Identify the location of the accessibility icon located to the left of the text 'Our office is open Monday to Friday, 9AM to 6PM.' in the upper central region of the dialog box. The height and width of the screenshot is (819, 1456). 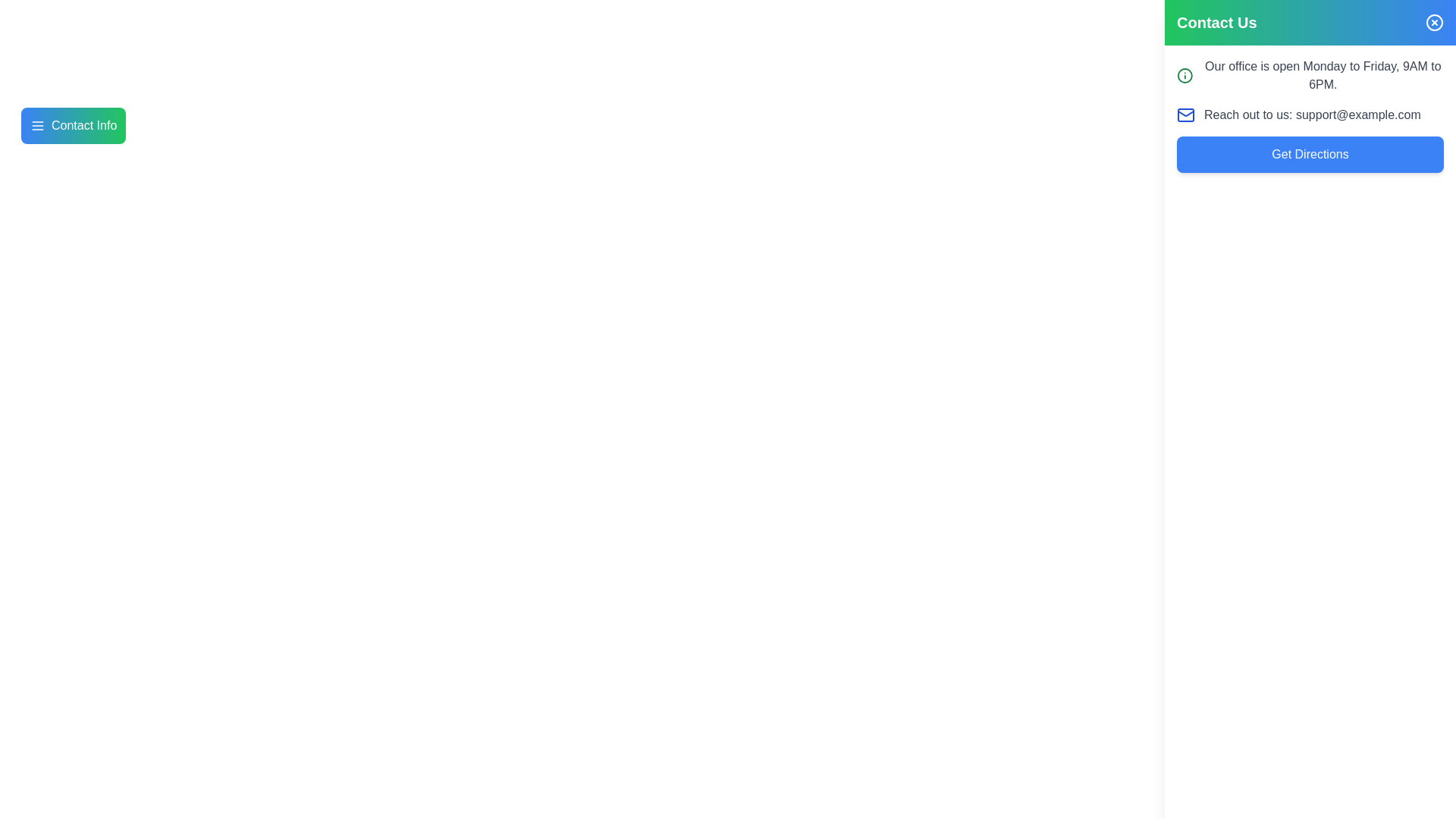
(1184, 76).